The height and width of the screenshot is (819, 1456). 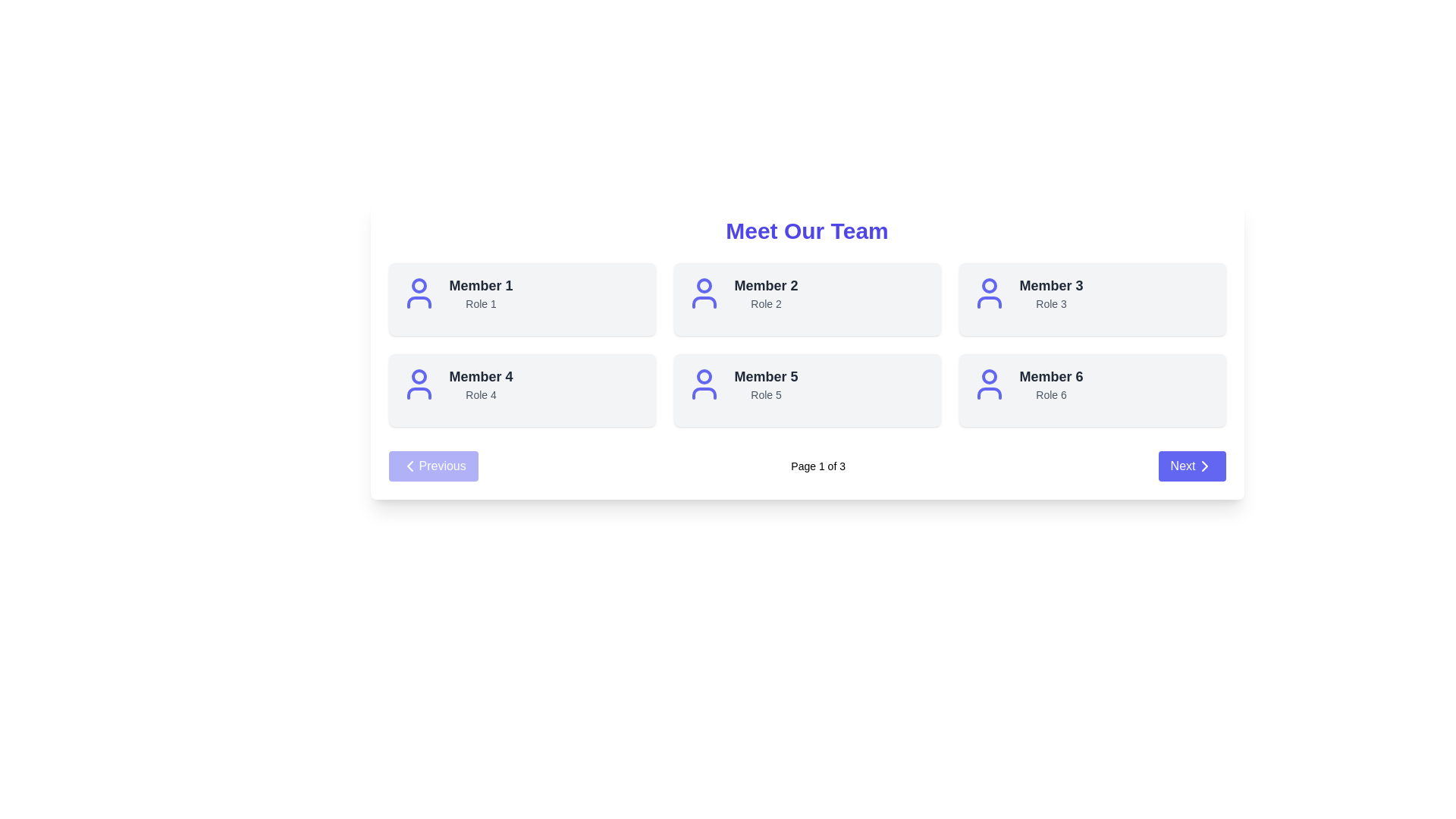 I want to click on the user icon representing 'Member 4' in the fourth card of the grid layout, located on the left side next to the textual details, so click(x=419, y=383).